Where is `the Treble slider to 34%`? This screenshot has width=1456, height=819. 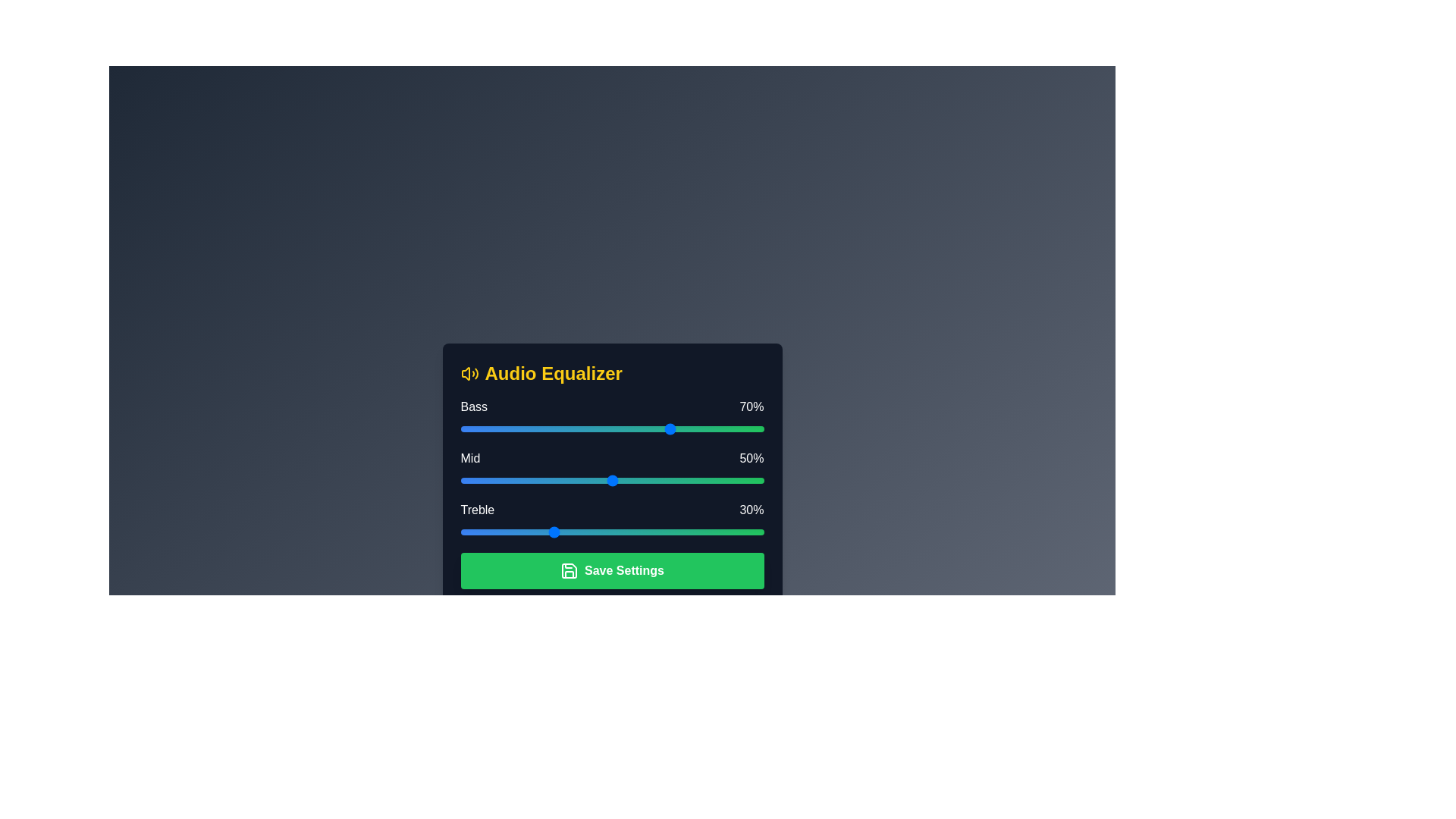
the Treble slider to 34% is located at coordinates (563, 532).